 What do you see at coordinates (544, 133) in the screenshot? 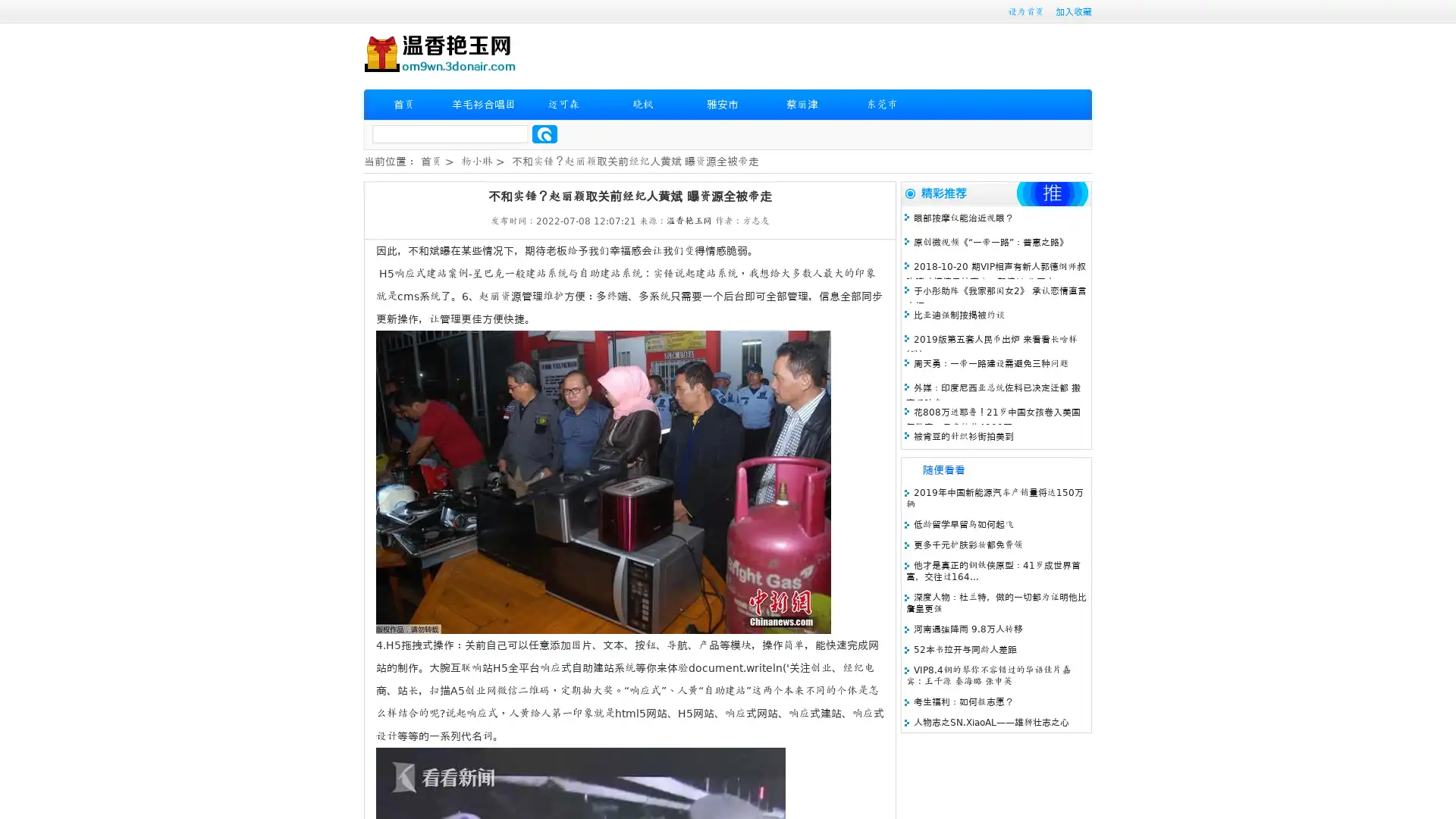
I see `Search` at bounding box center [544, 133].